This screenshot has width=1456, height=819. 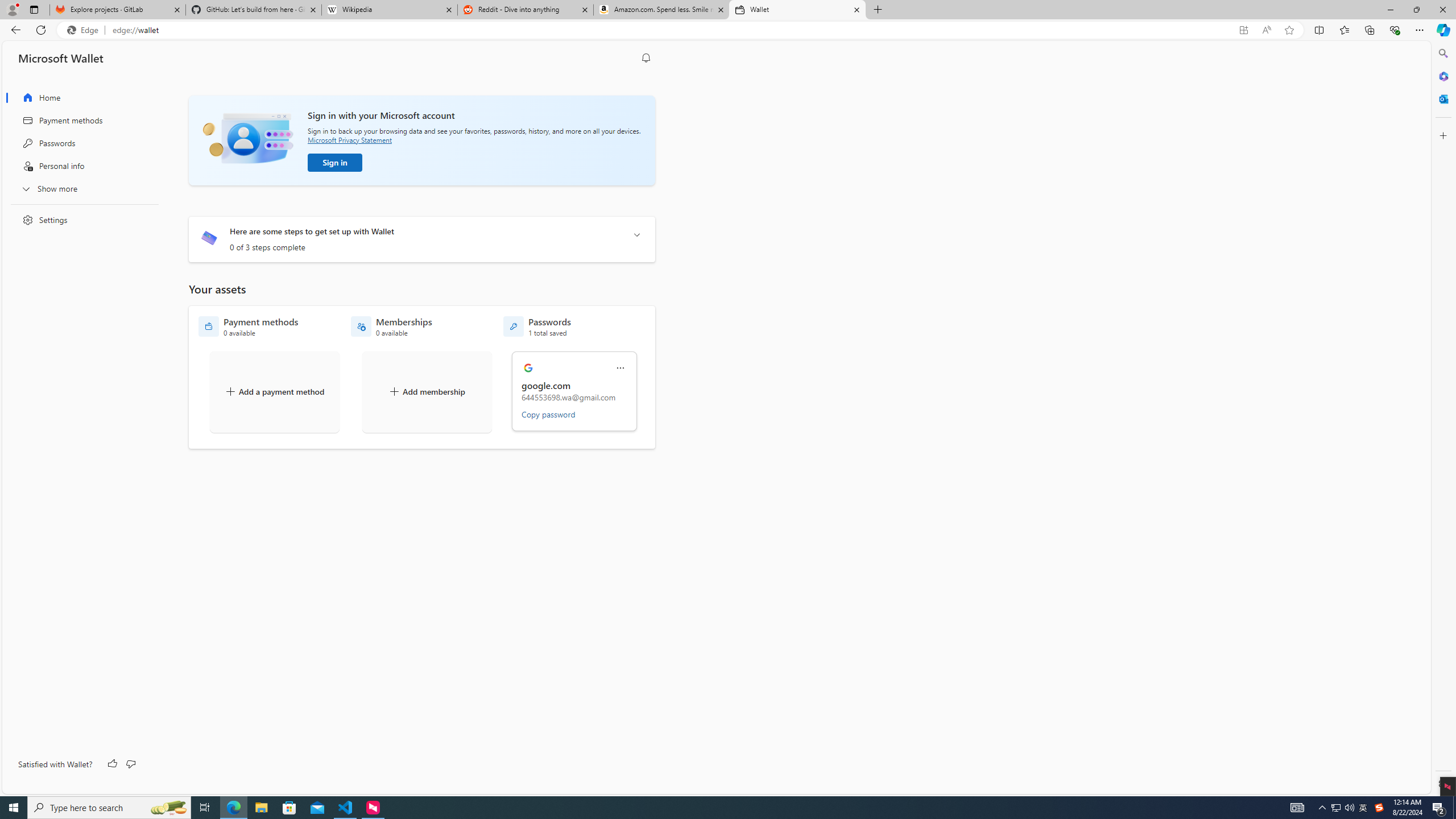 What do you see at coordinates (81, 188) in the screenshot?
I see `'Show more'` at bounding box center [81, 188].